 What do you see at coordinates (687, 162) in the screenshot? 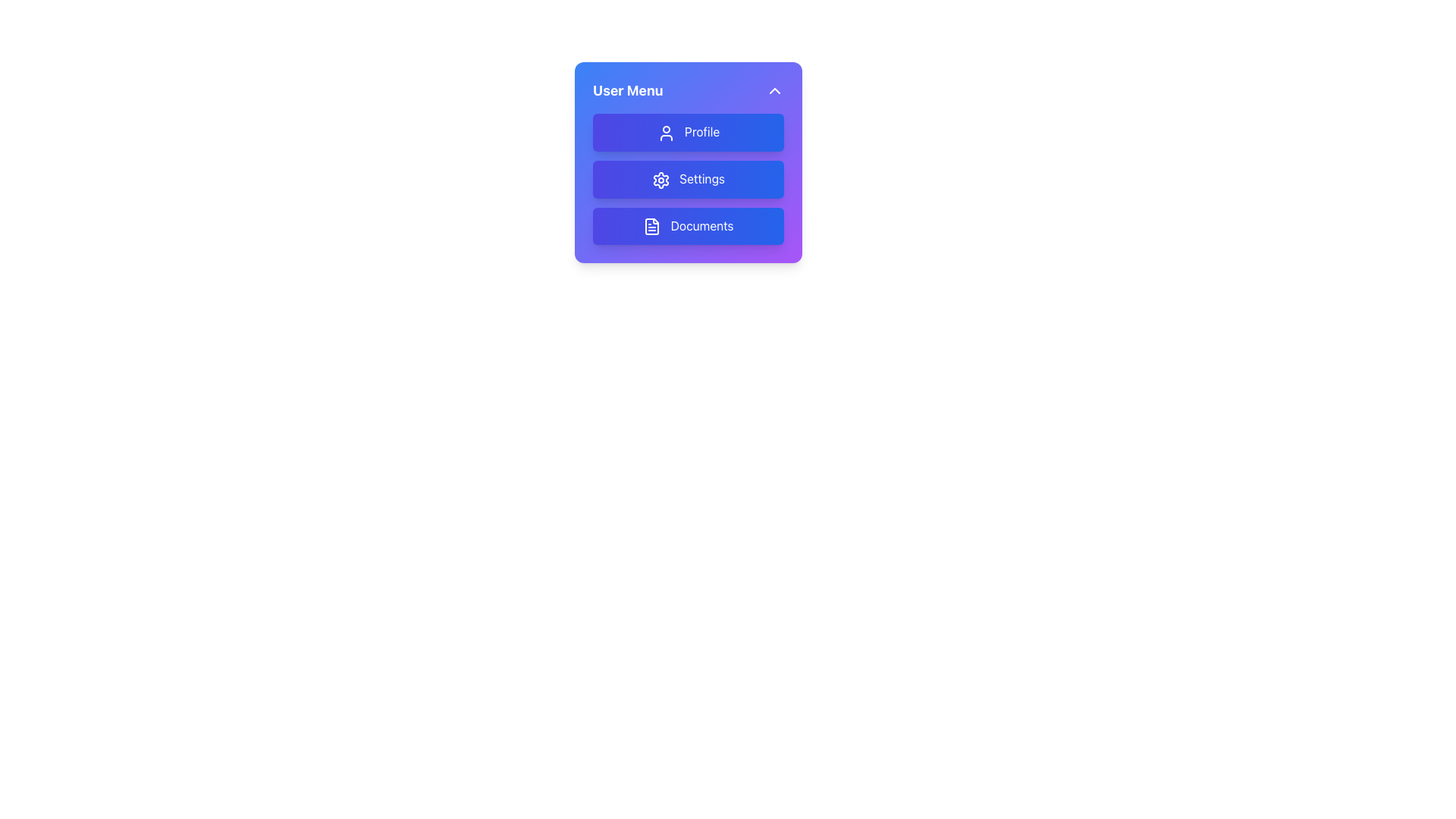
I see `the 'Settings' button` at bounding box center [687, 162].